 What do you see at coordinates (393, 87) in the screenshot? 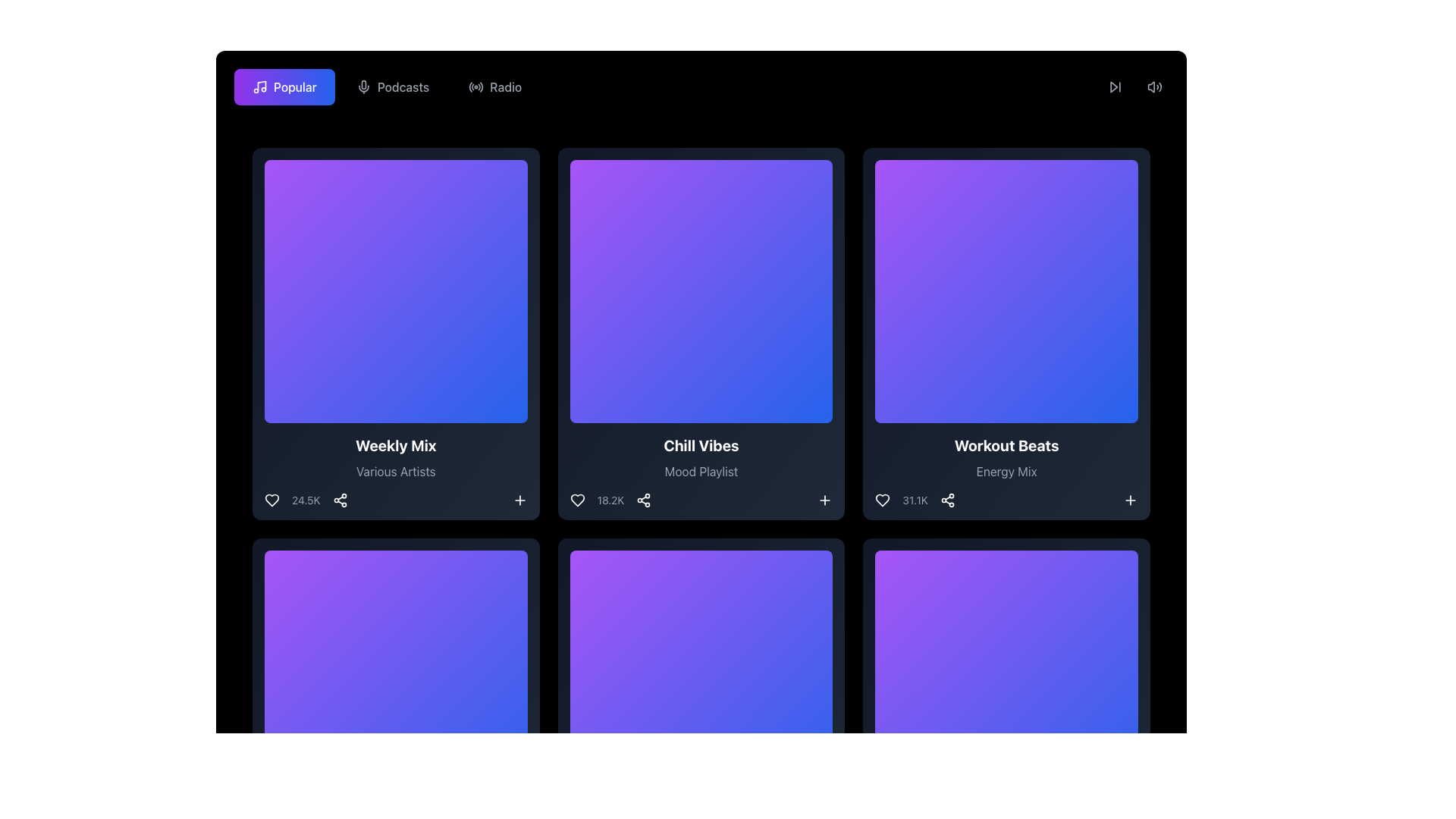
I see `the 'Podcasts' button in the navigation bar, which is identified by its microphone icon and label` at bounding box center [393, 87].